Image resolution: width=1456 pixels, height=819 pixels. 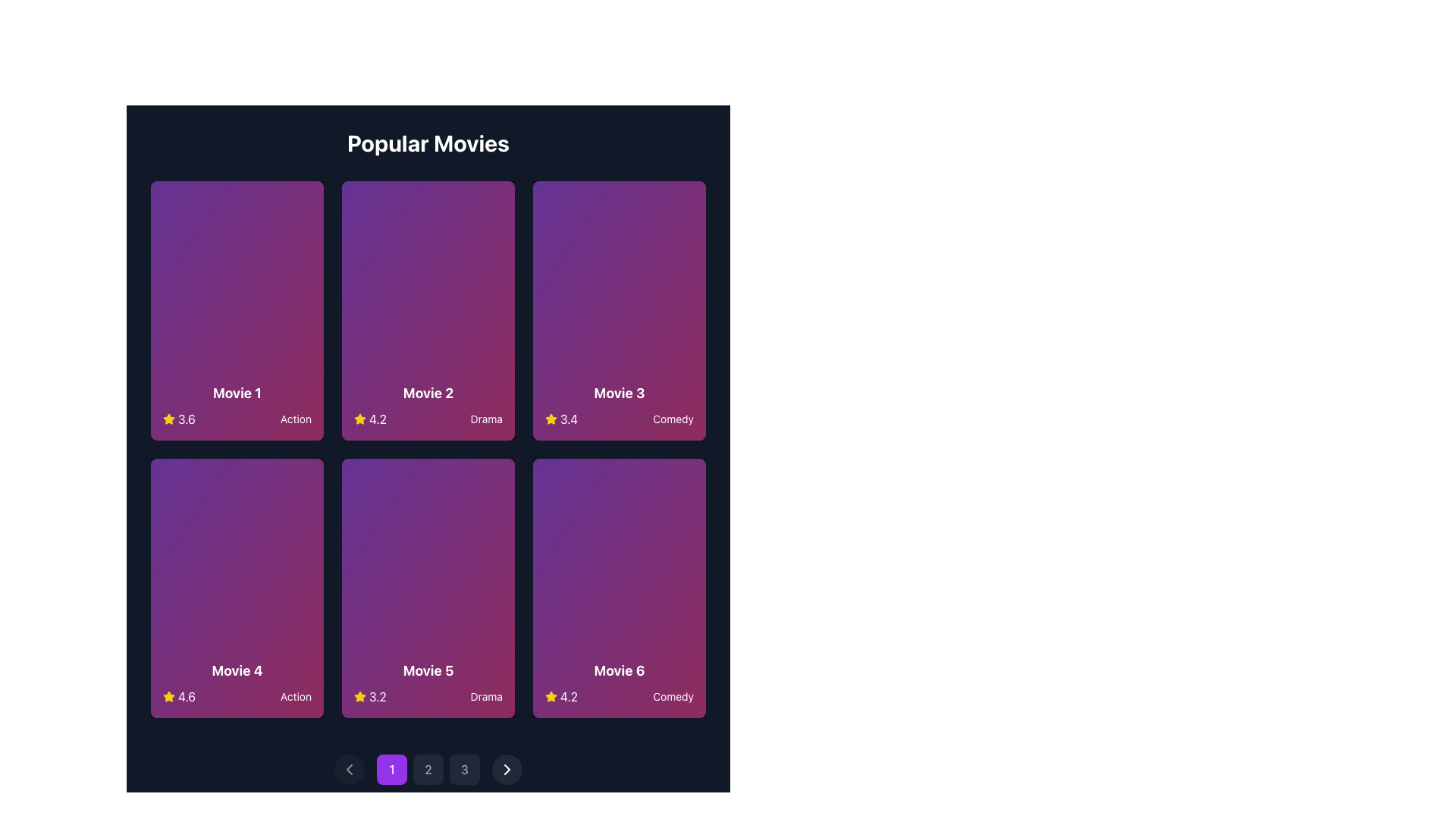 What do you see at coordinates (550, 696) in the screenshot?
I see `the star icon representing the rating of 'Movie 6', which is located at the bottom-left of the card next to the numeric rating '4.2'` at bounding box center [550, 696].